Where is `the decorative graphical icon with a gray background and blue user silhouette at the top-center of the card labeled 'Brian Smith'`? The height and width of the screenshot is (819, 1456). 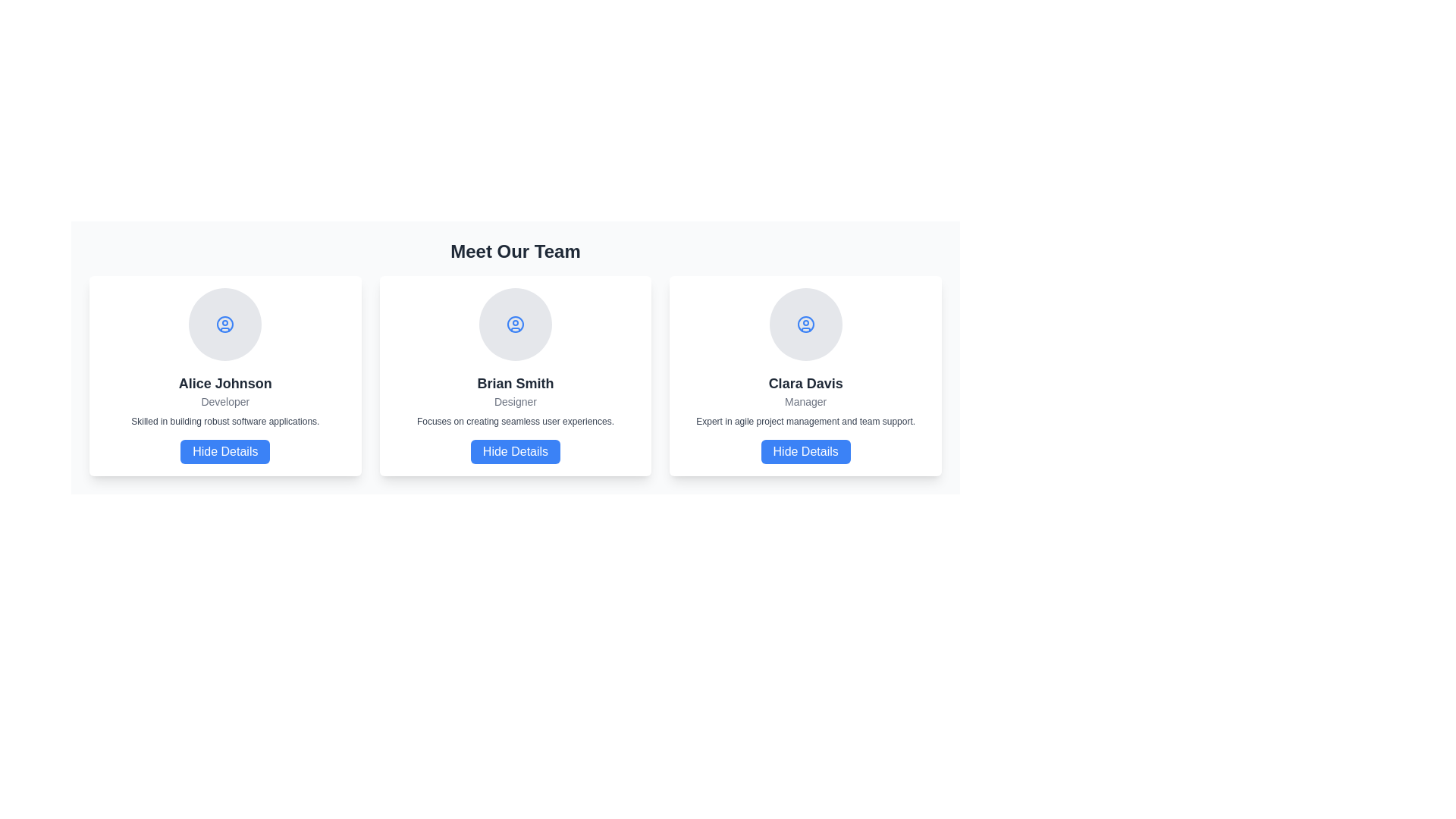
the decorative graphical icon with a gray background and blue user silhouette at the top-center of the card labeled 'Brian Smith' is located at coordinates (516, 324).